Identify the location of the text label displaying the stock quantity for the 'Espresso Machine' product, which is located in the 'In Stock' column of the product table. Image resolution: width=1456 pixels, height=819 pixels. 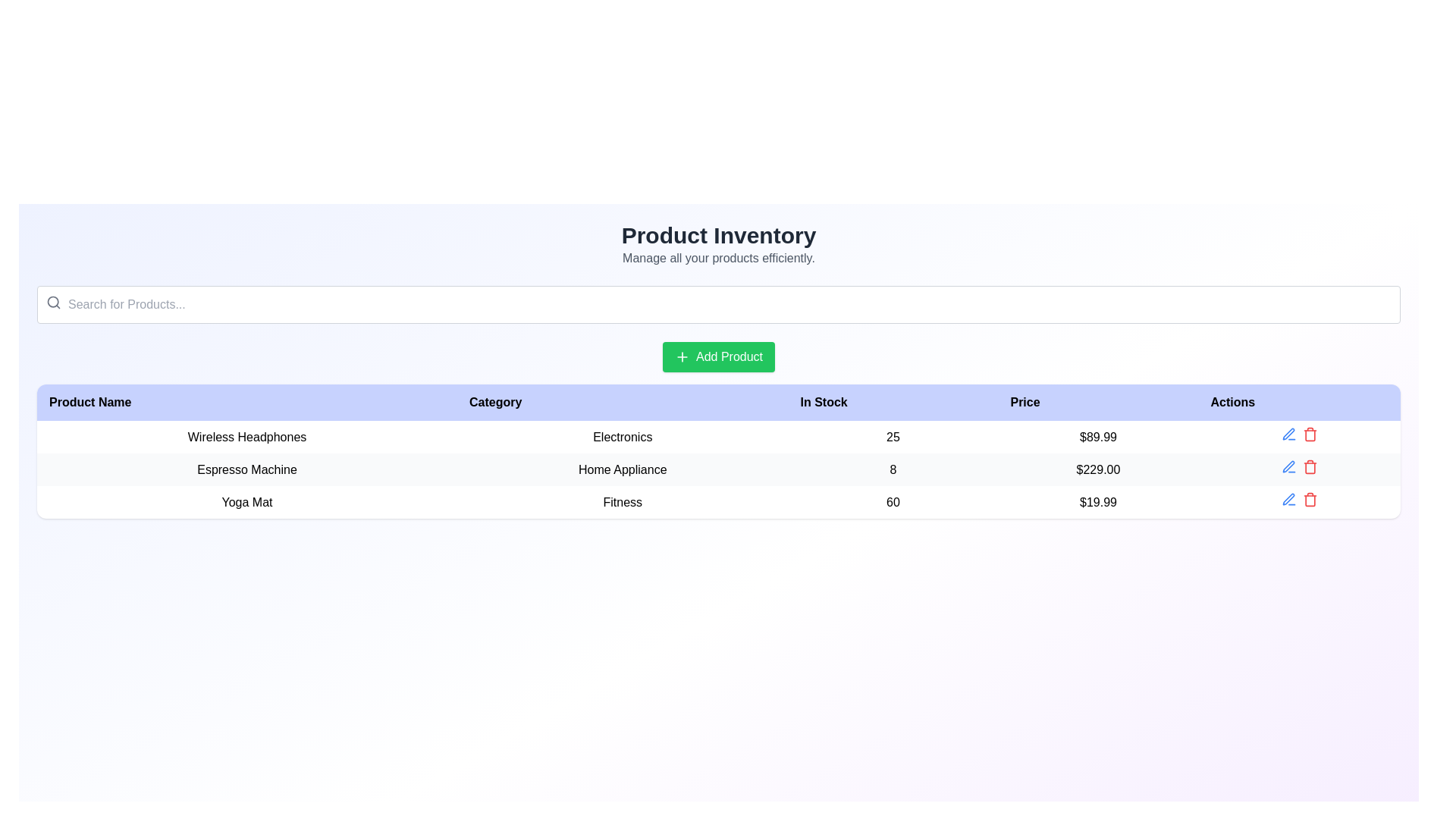
(893, 469).